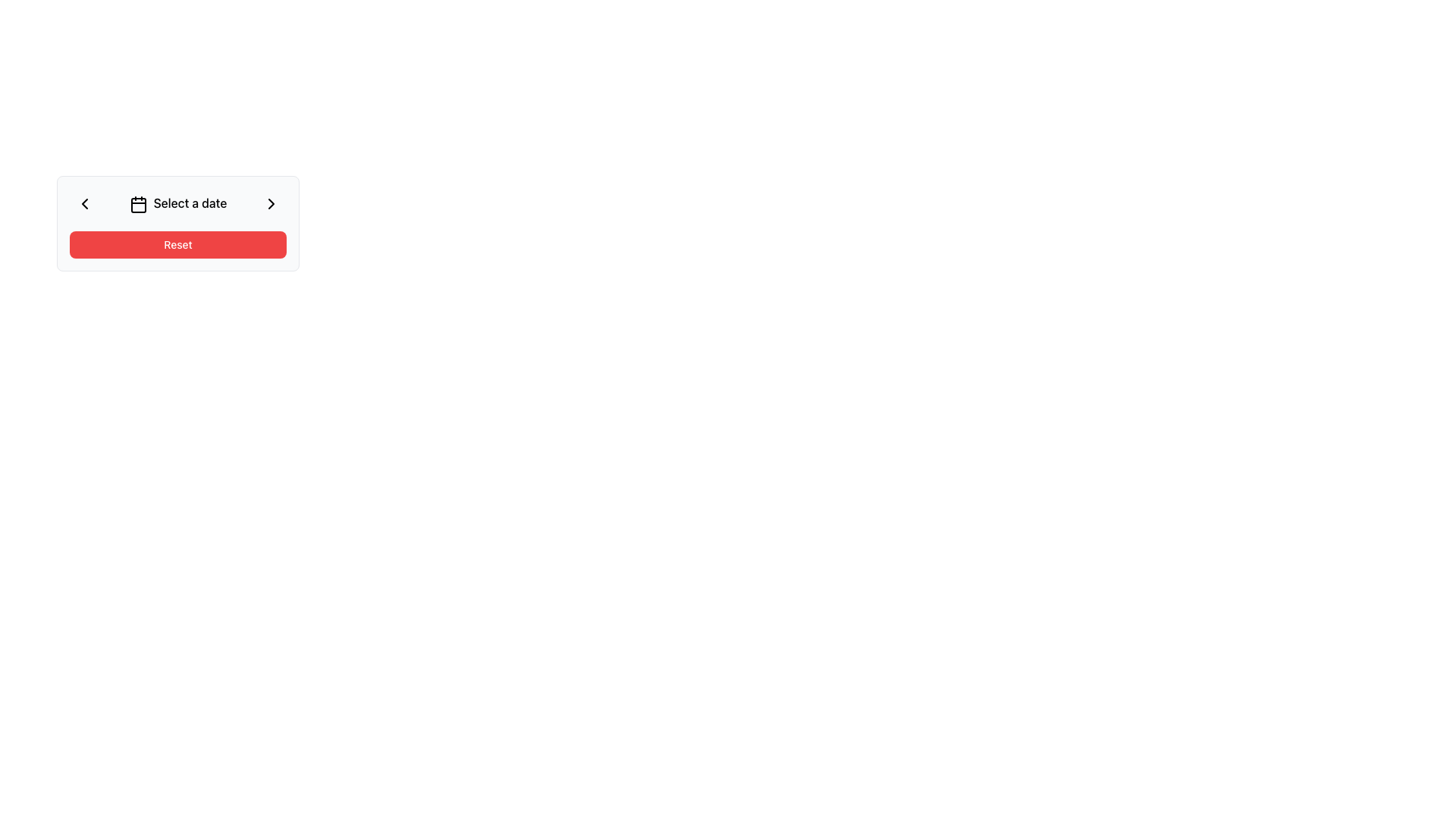 The image size is (1456, 819). Describe the element at coordinates (138, 203) in the screenshot. I see `the calendar icon, which is represented by an outlined square with a double vertical line at the top, located to the left of the text 'Select a date'` at that location.